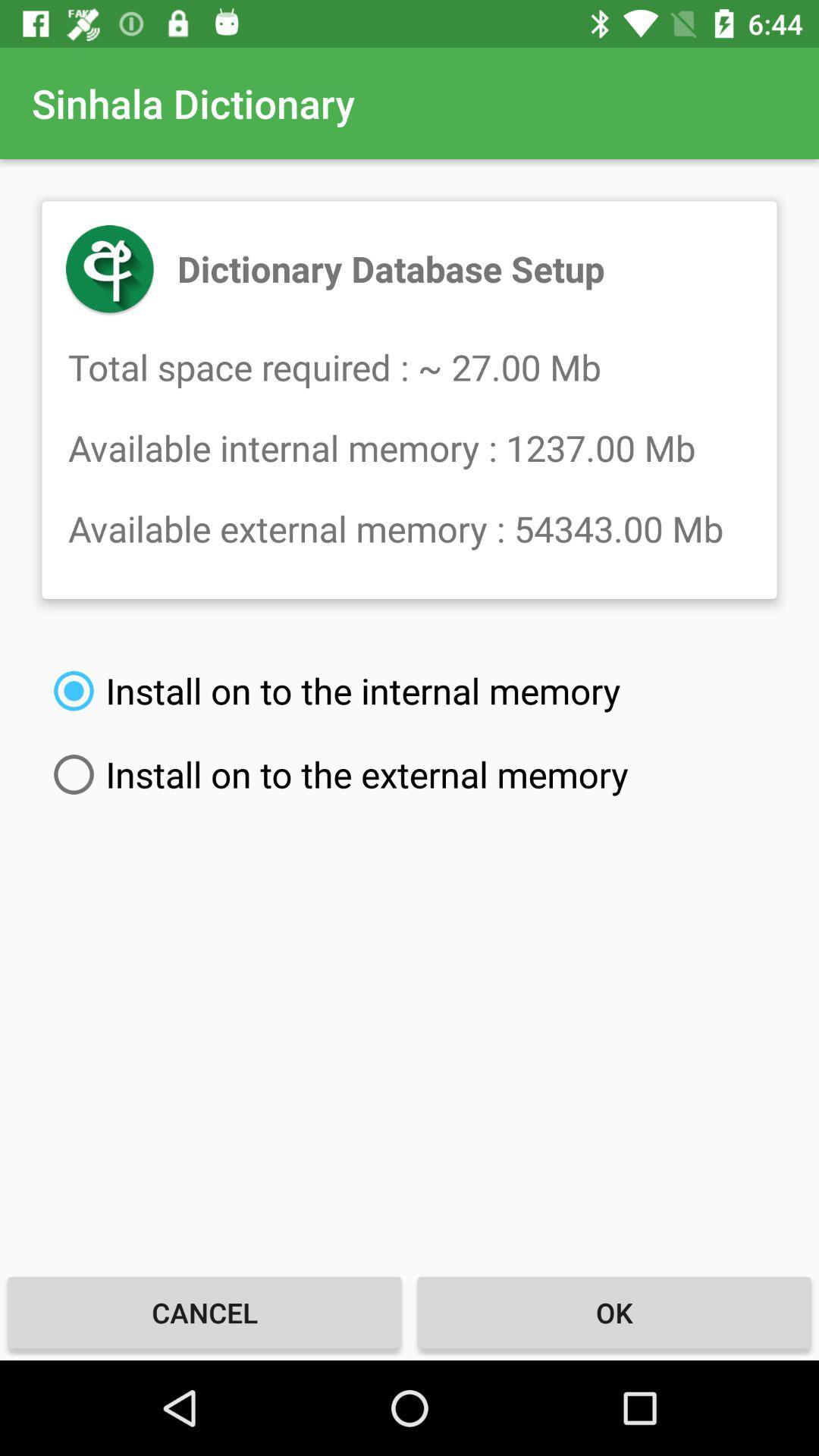 This screenshot has width=819, height=1456. What do you see at coordinates (614, 1312) in the screenshot?
I see `the icon next to cancel item` at bounding box center [614, 1312].